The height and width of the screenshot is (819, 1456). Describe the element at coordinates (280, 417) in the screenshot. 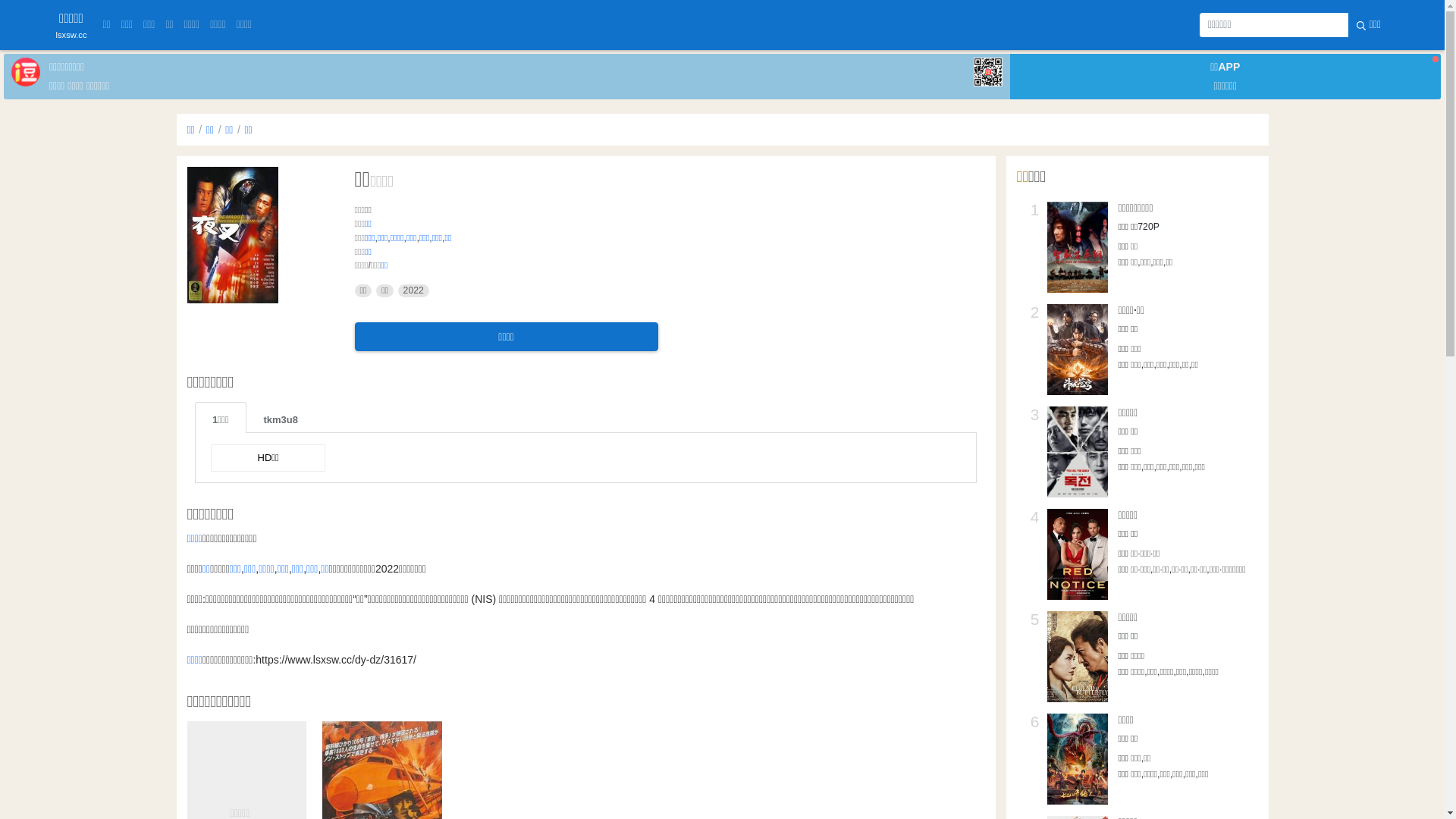

I see `'tkm3u8'` at that location.